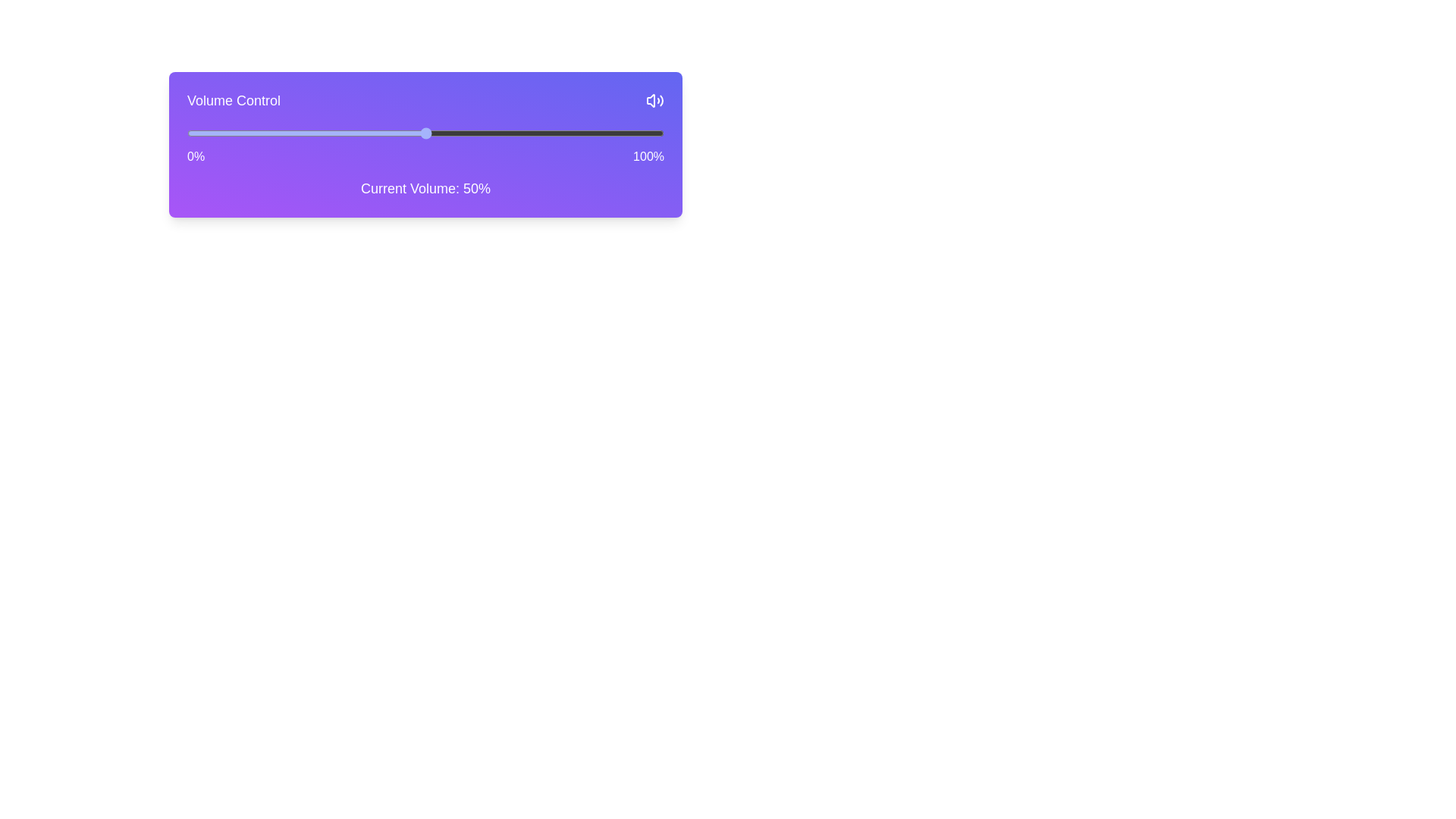 The width and height of the screenshot is (1456, 819). Describe the element at coordinates (648, 157) in the screenshot. I see `the textual label displaying '100%' in white font on a purple background, which indicates a maximum value associated with a slider or progress bar` at that location.